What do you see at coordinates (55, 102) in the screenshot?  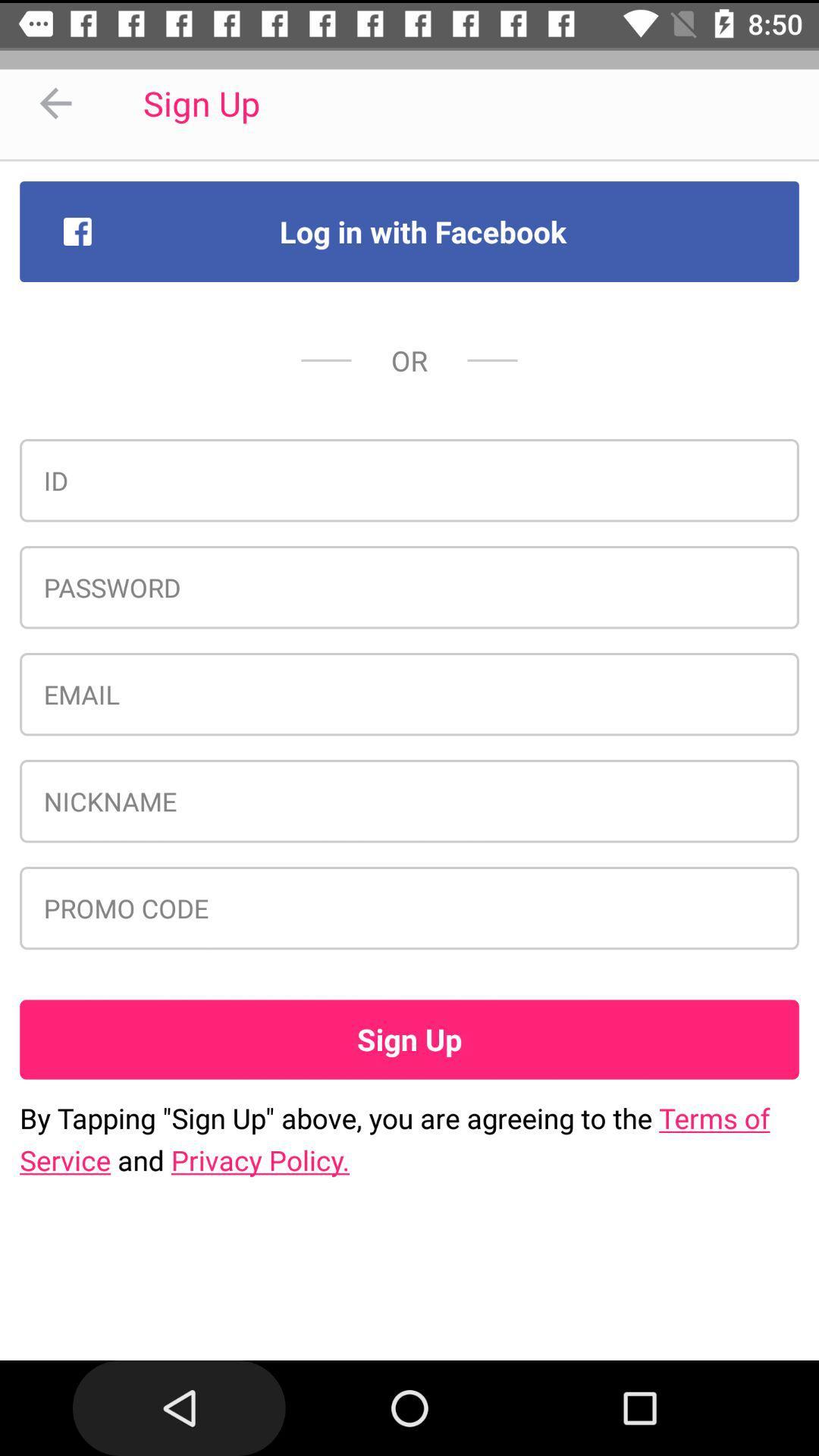 I see `icon to the left of sign up` at bounding box center [55, 102].